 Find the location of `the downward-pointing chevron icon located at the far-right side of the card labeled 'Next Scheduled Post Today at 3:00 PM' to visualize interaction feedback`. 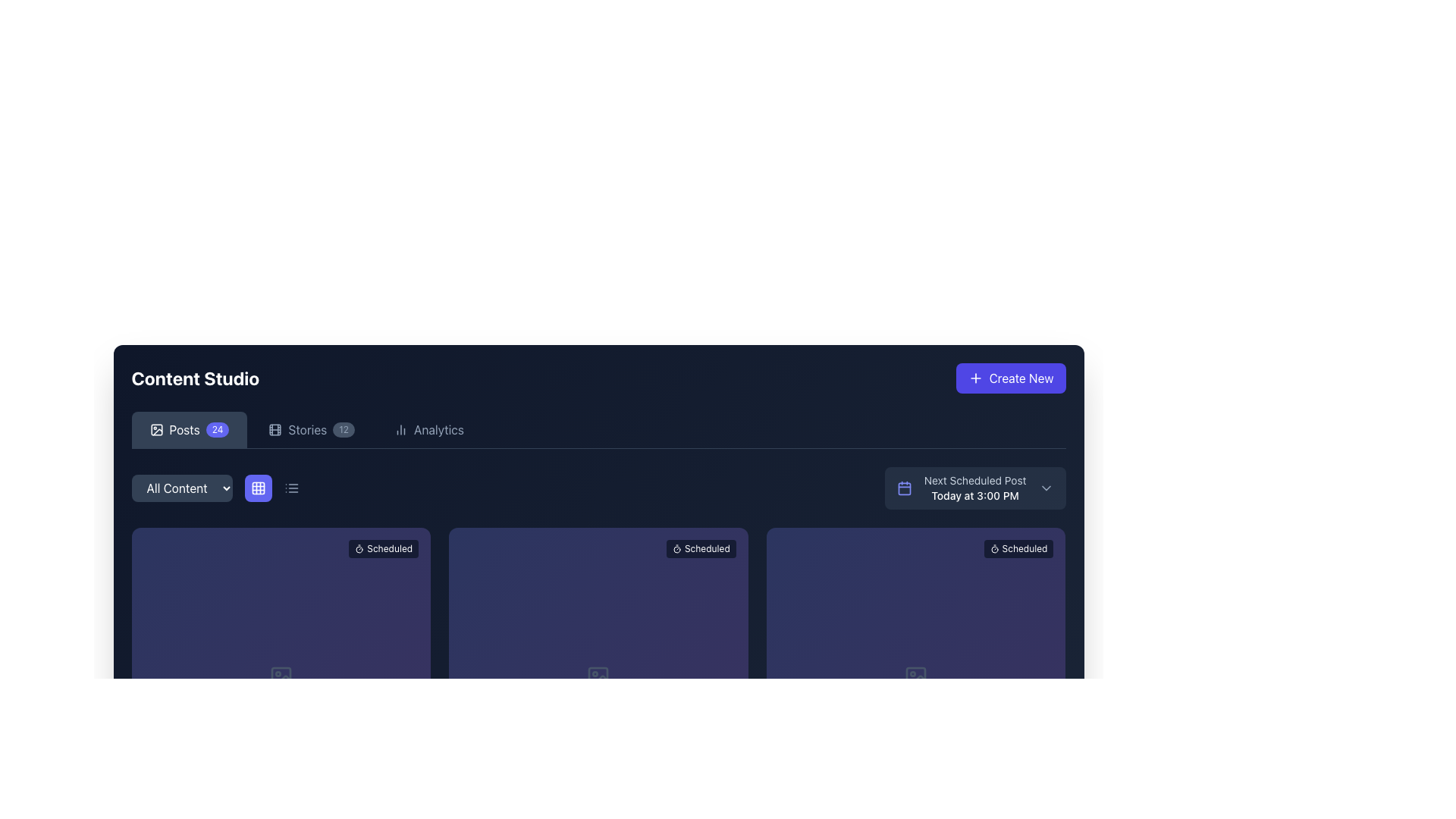

the downward-pointing chevron icon located at the far-right side of the card labeled 'Next Scheduled Post Today at 3:00 PM' to visualize interaction feedback is located at coordinates (1045, 488).